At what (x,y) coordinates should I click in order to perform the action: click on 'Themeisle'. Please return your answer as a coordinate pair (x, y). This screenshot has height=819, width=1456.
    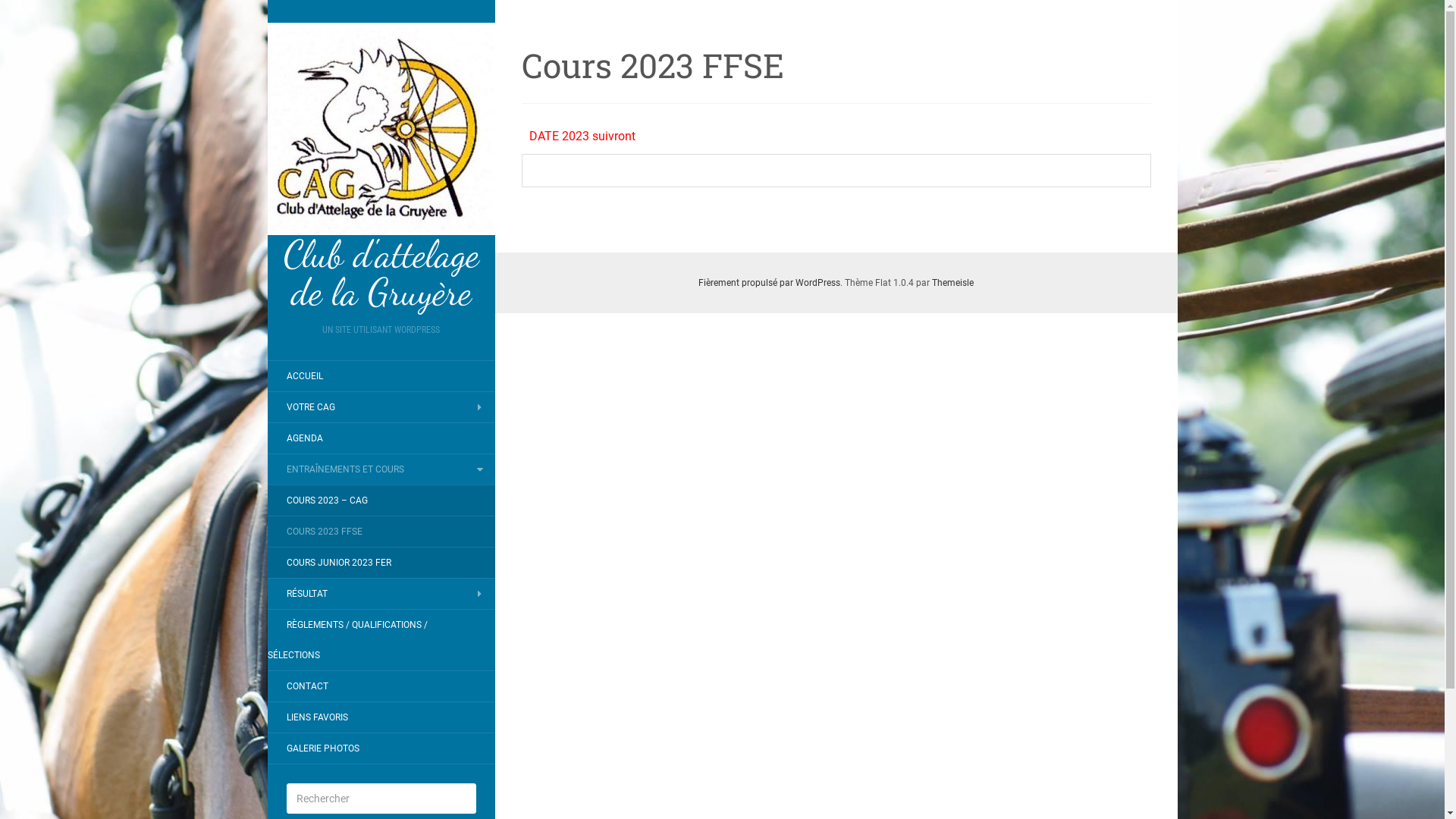
    Looking at the image, I should click on (952, 283).